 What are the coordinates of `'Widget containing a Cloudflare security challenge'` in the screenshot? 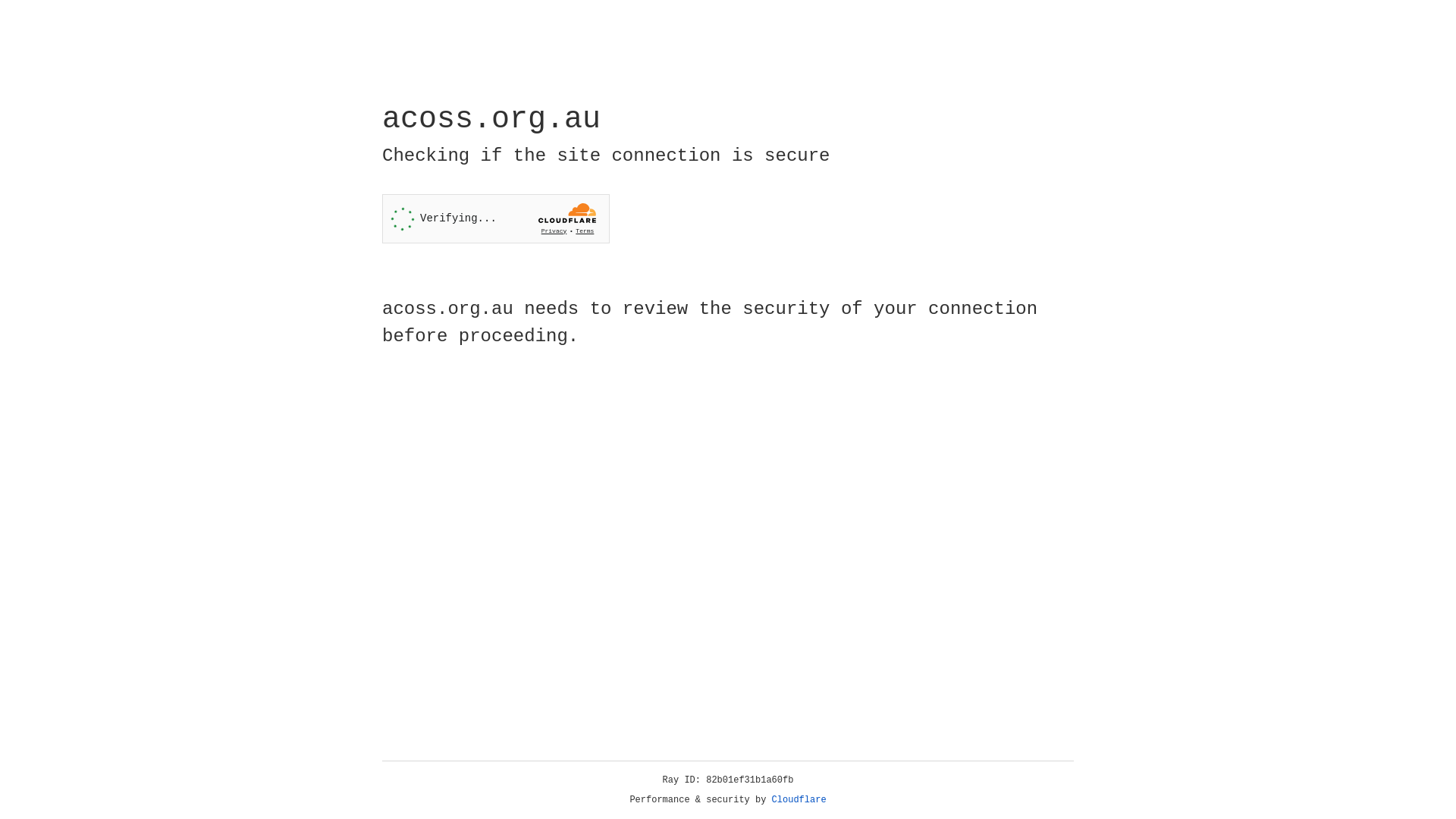 It's located at (495, 218).